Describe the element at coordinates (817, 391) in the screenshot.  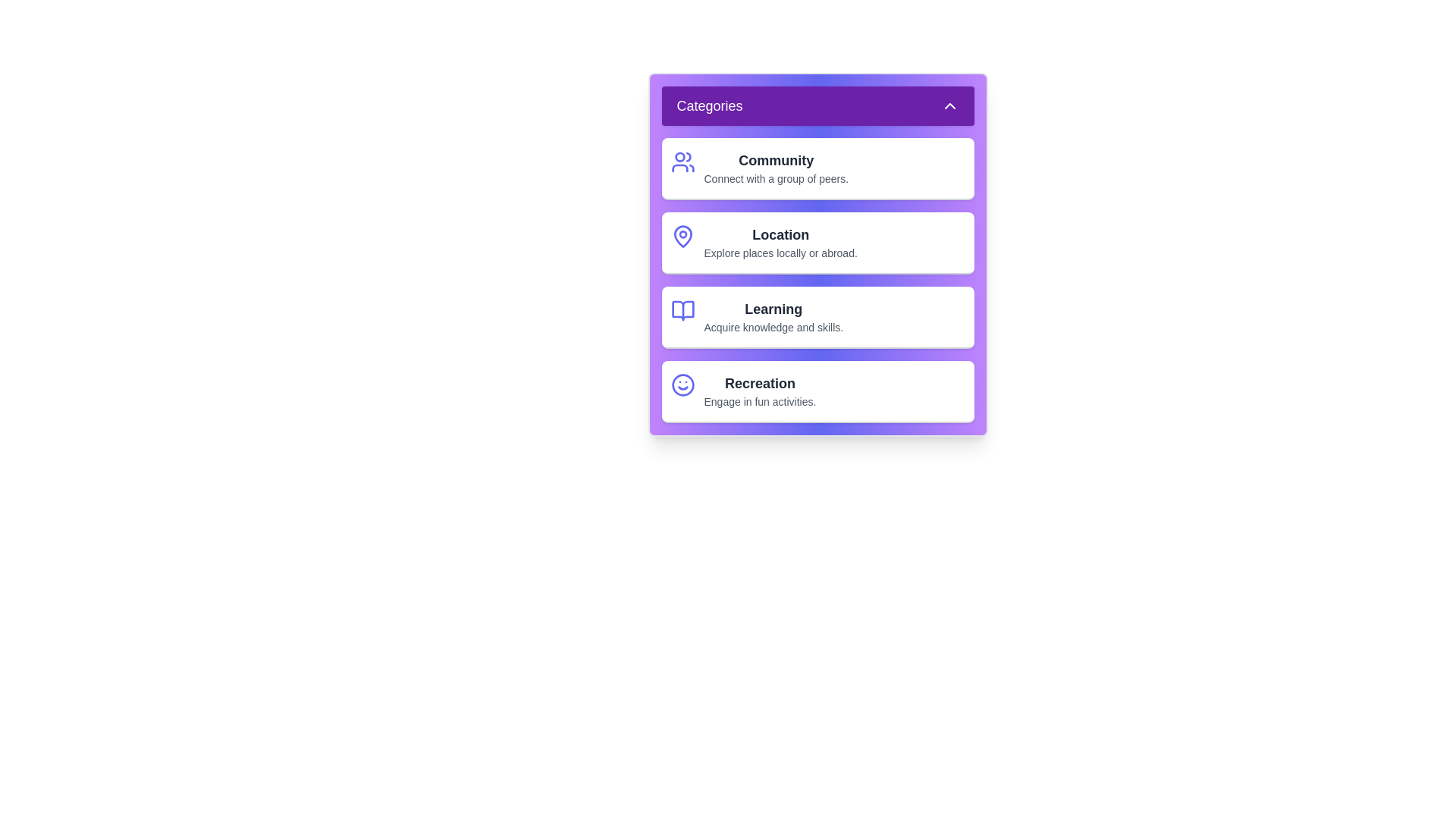
I see `the category item Recreation to observe the visual effect` at that location.